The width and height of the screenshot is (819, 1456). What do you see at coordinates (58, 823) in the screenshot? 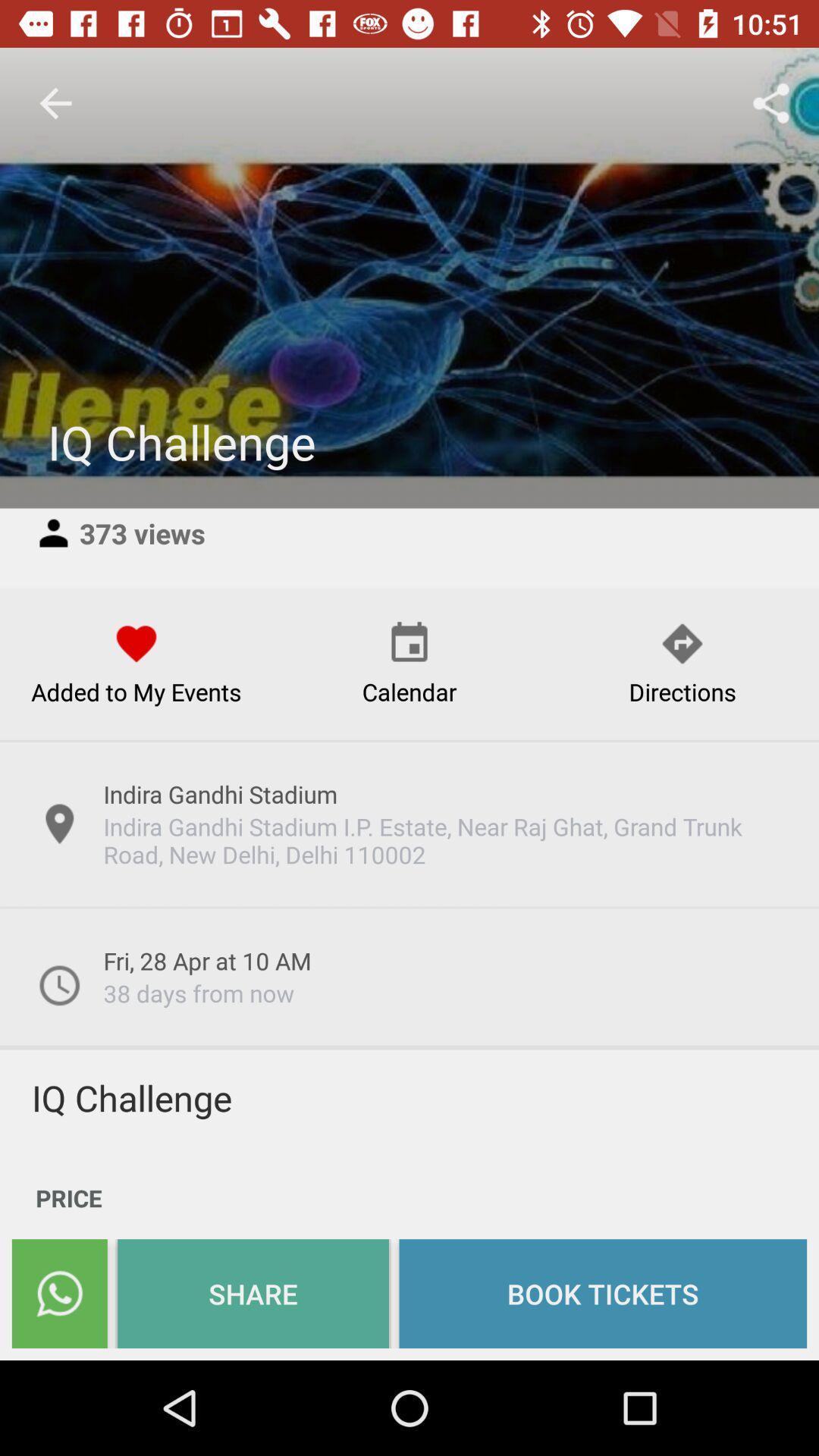
I see `the location icon` at bounding box center [58, 823].